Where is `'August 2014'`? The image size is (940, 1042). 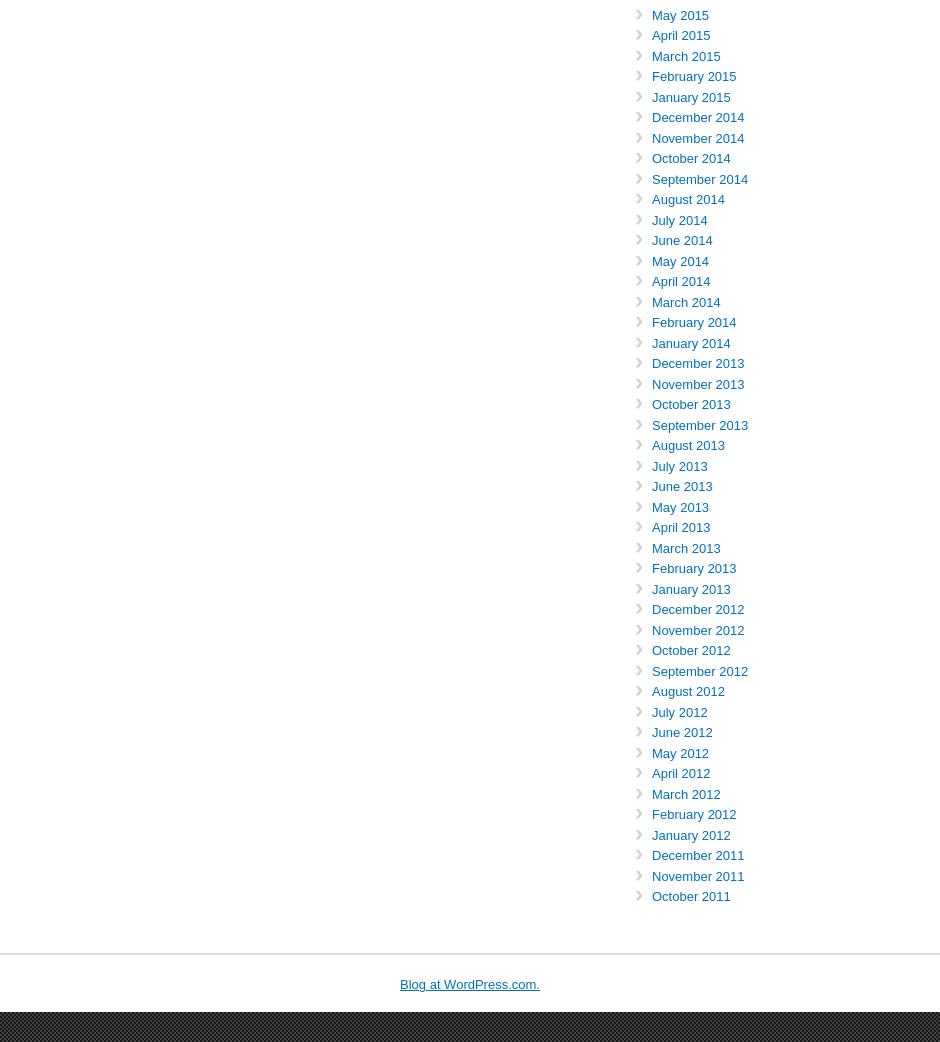 'August 2014' is located at coordinates (687, 198).